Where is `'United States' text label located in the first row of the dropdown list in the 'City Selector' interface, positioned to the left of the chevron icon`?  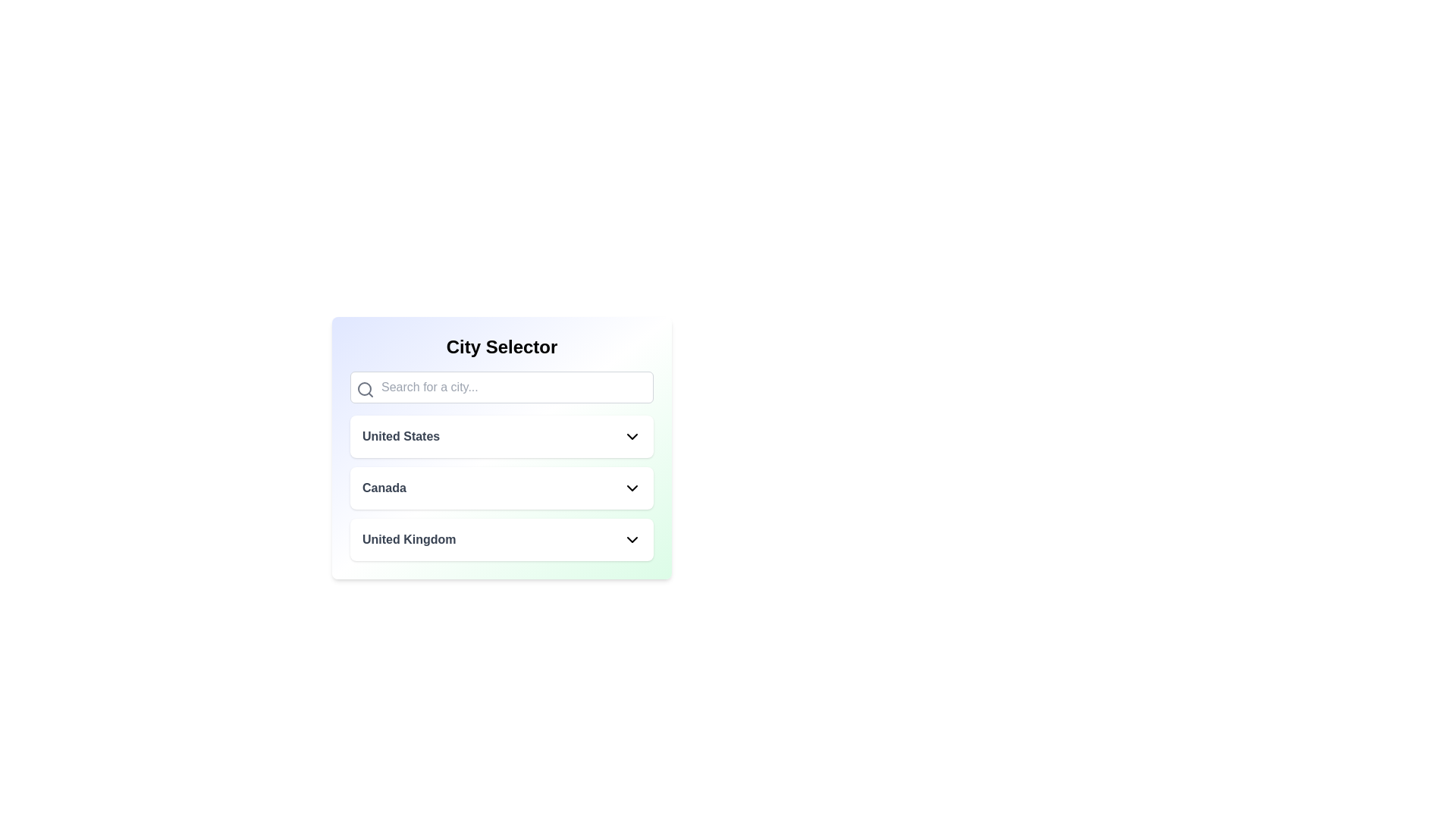
'United States' text label located in the first row of the dropdown list in the 'City Selector' interface, positioned to the left of the chevron icon is located at coordinates (401, 436).